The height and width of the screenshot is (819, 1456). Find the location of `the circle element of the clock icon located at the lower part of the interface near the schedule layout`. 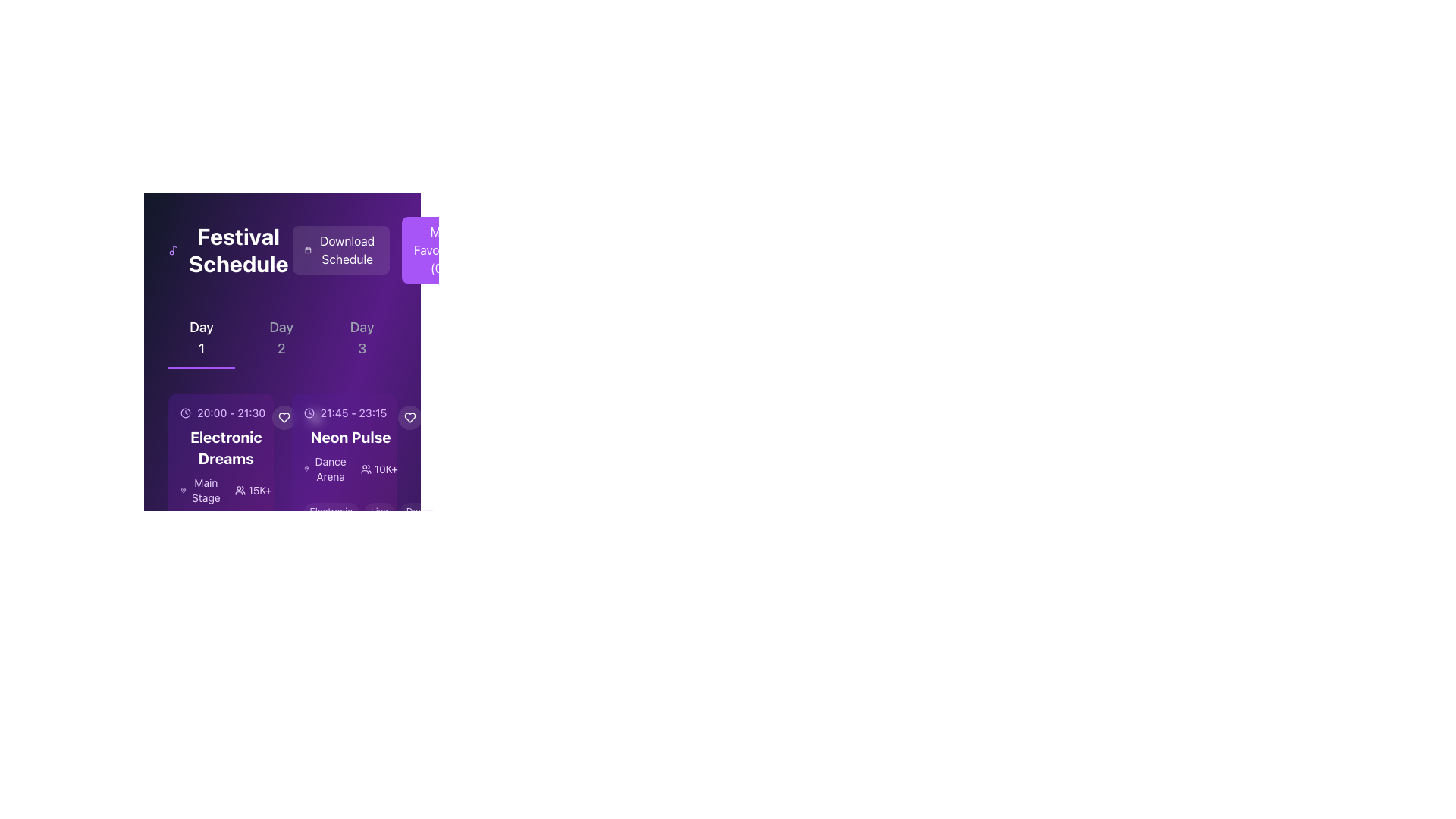

the circle element of the clock icon located at the lower part of the interface near the schedule layout is located at coordinates (184, 598).